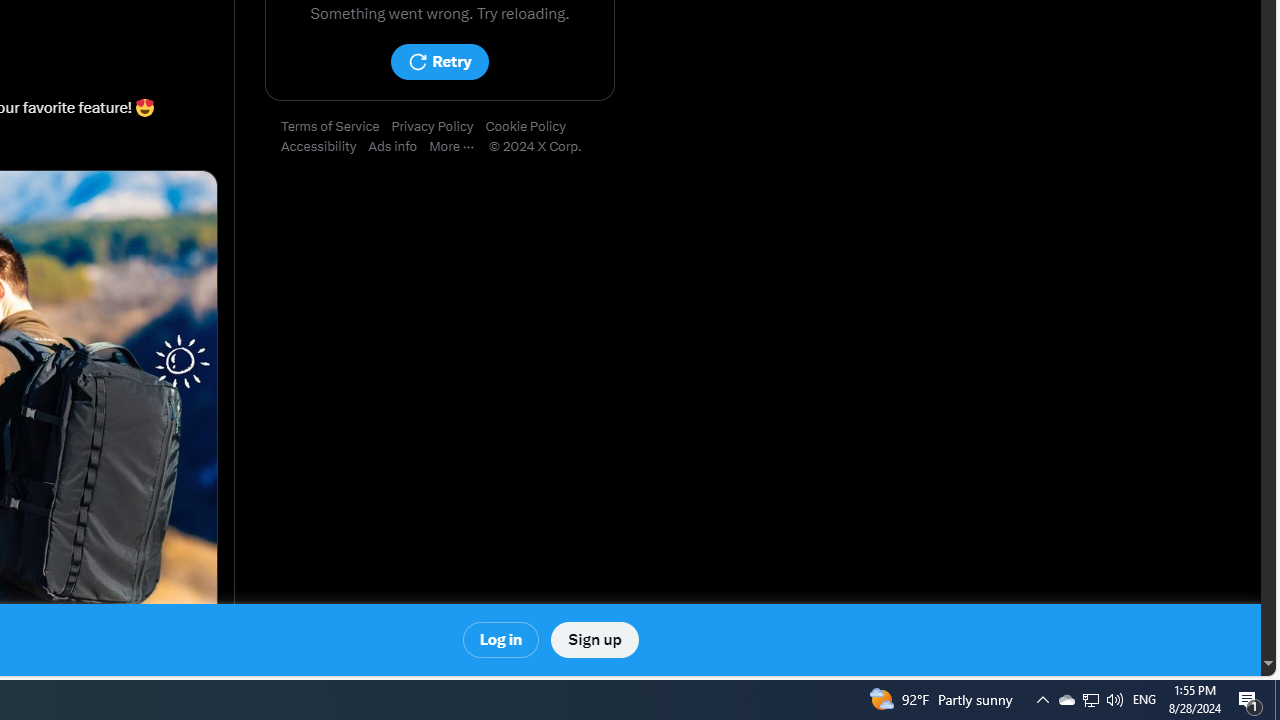 The width and height of the screenshot is (1280, 720). What do you see at coordinates (325, 146) in the screenshot?
I see `'Accessibility'` at bounding box center [325, 146].